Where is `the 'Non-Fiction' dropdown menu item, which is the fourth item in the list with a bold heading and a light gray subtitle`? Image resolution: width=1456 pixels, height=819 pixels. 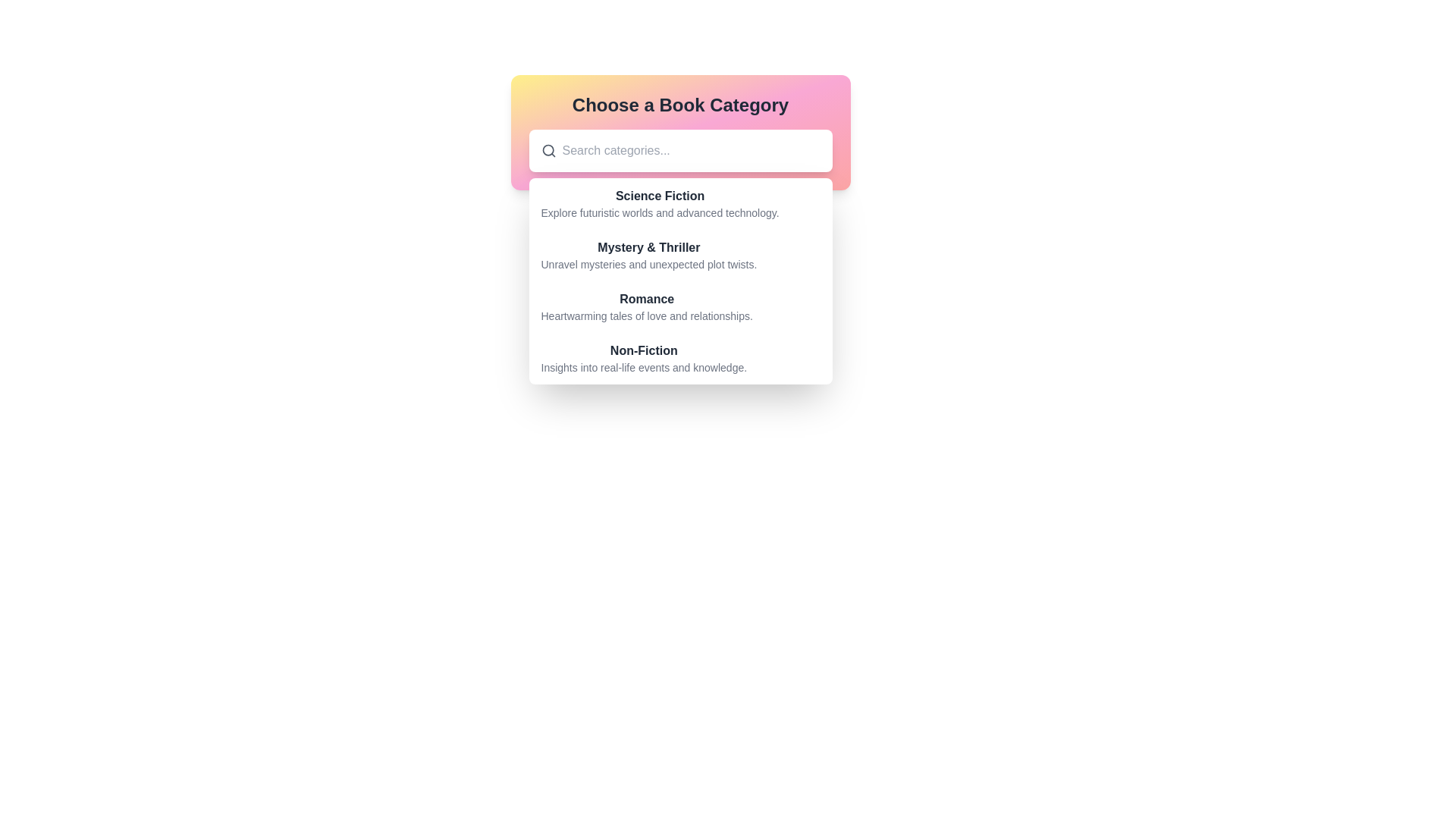 the 'Non-Fiction' dropdown menu item, which is the fourth item in the list with a bold heading and a light gray subtitle is located at coordinates (679, 359).